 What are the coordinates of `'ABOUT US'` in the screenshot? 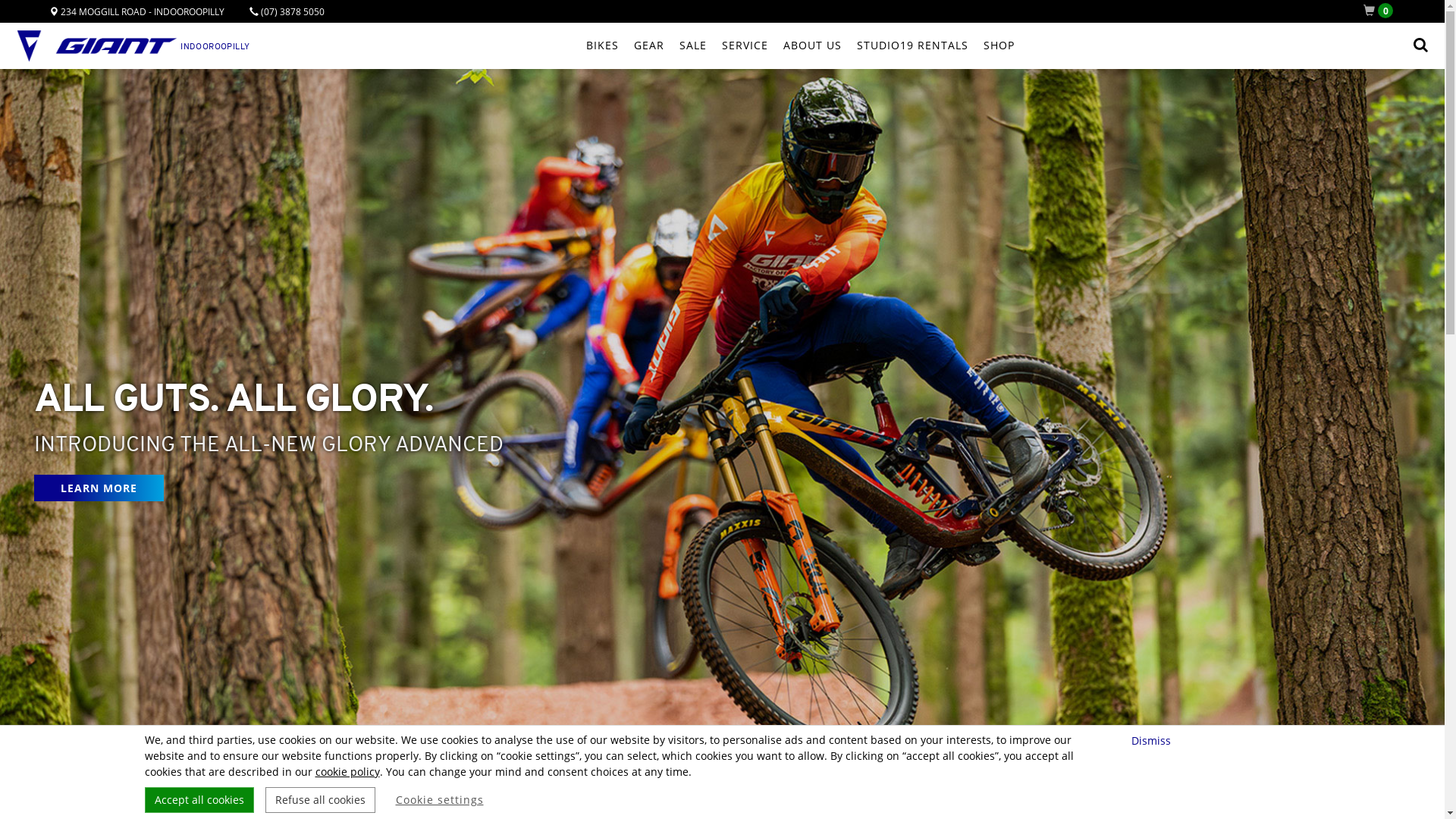 It's located at (811, 45).